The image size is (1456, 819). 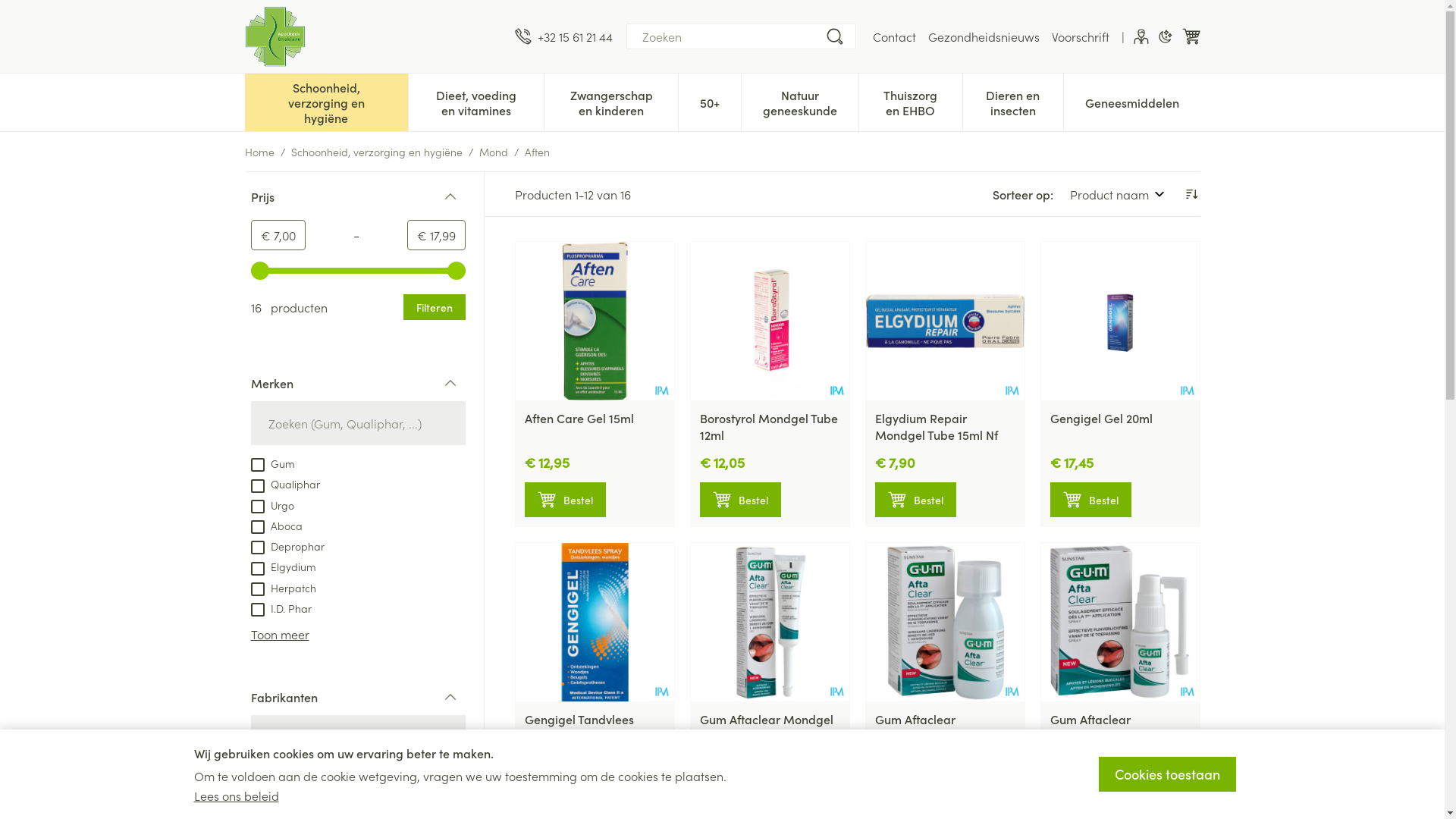 I want to click on 'Contact', so click(x=893, y=35).